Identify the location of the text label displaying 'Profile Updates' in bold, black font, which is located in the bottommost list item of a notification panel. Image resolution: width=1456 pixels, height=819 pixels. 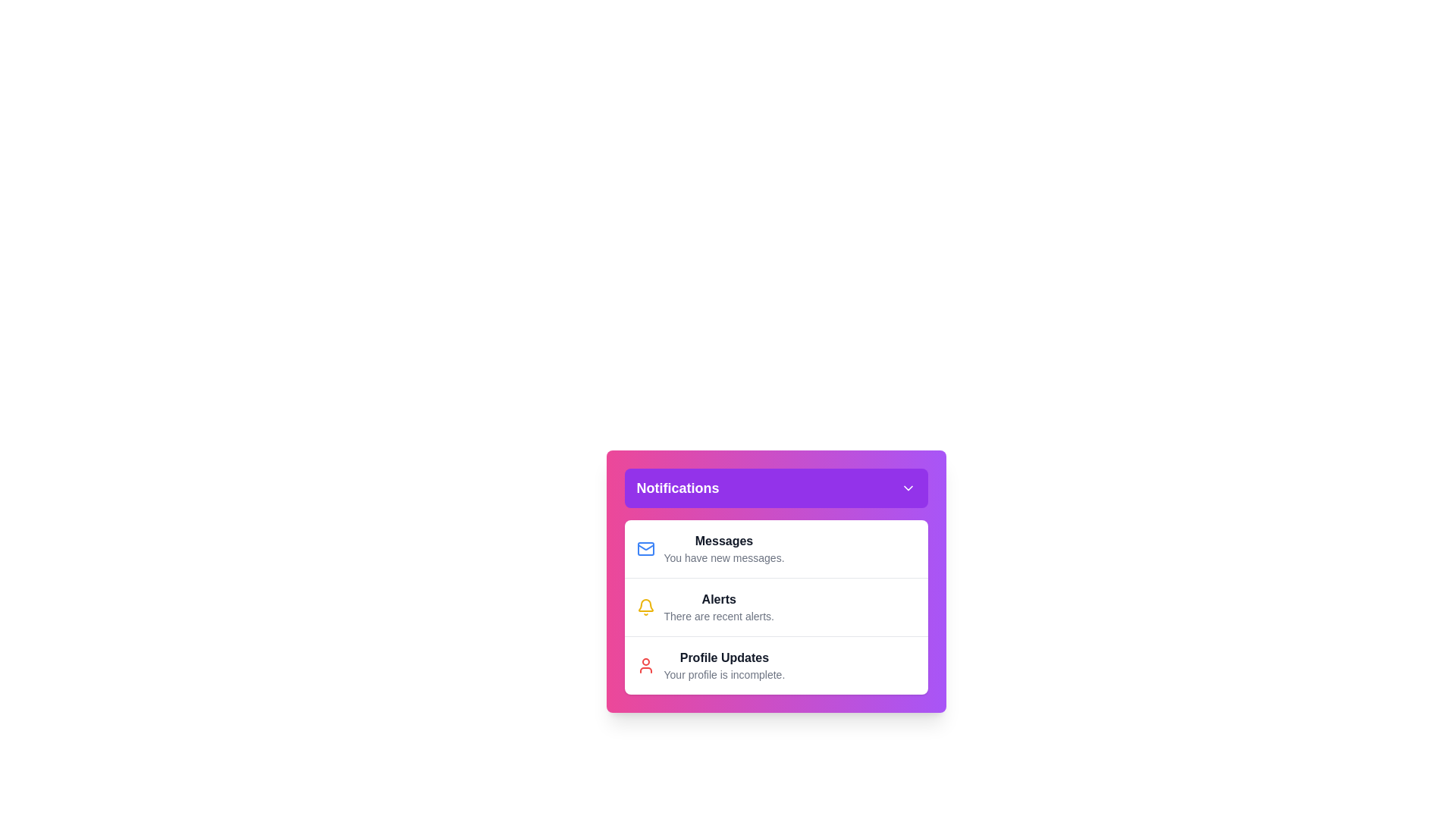
(723, 657).